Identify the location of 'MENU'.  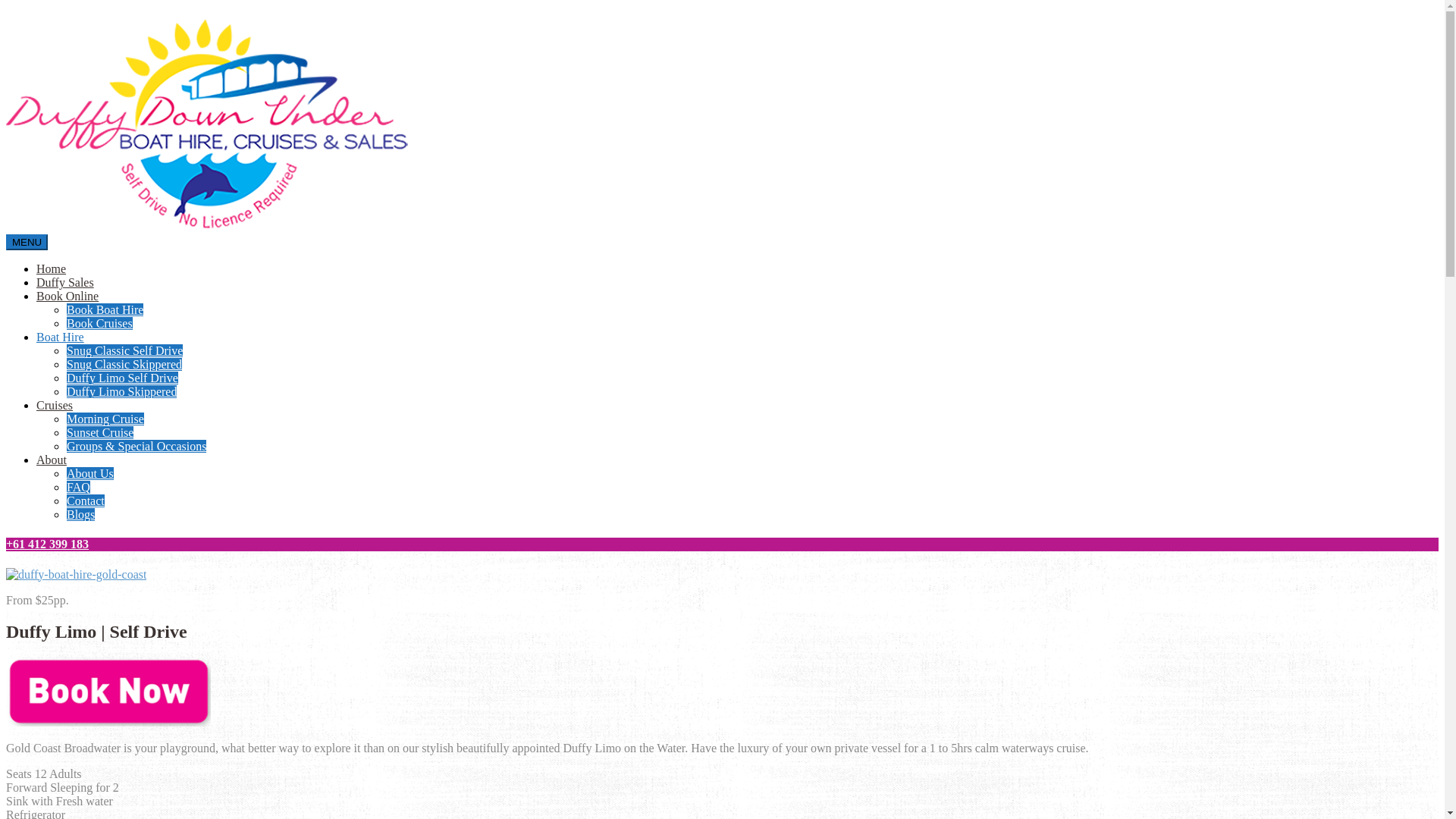
(27, 241).